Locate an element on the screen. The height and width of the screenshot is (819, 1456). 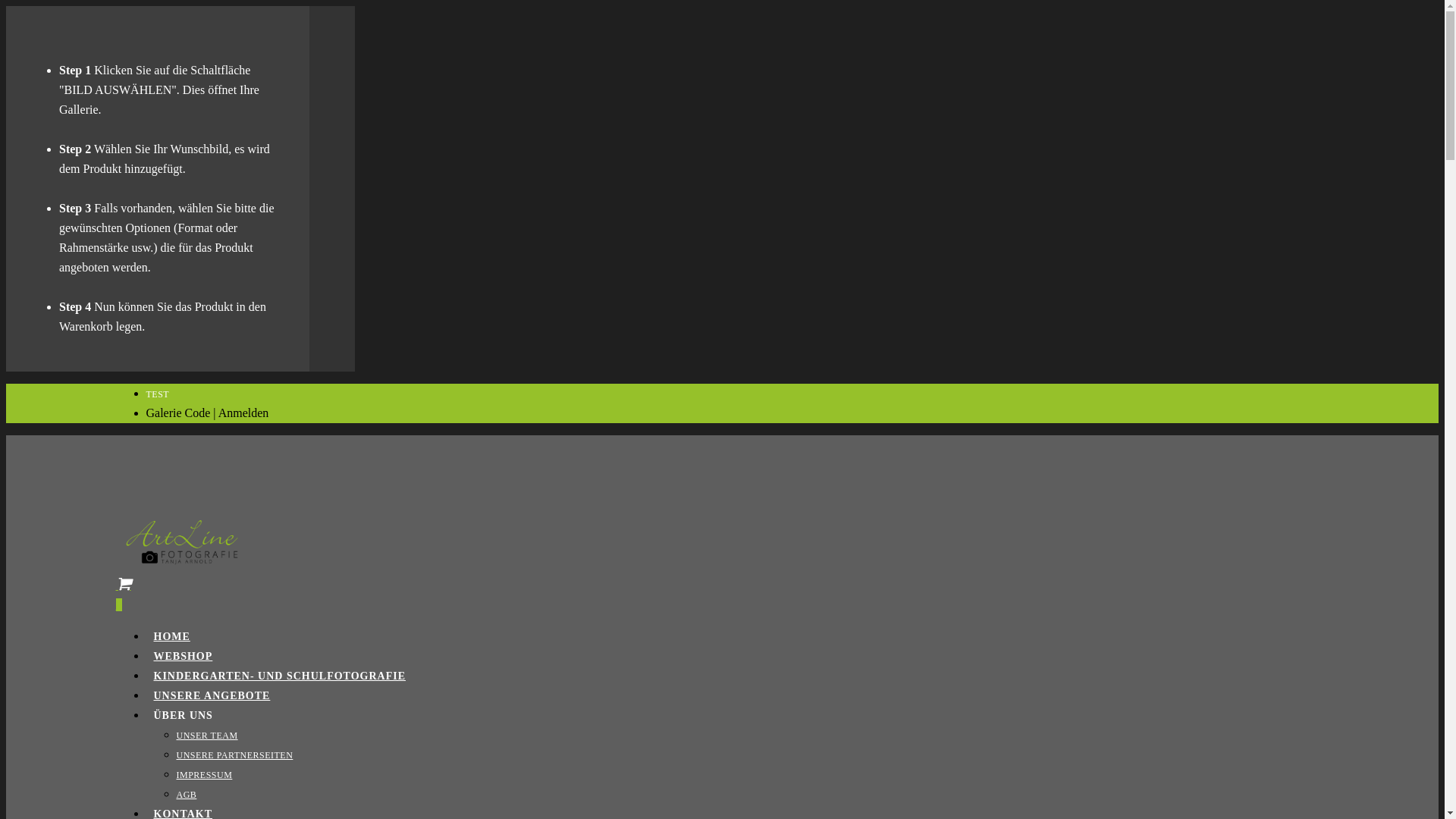
'IMPRESSUM' is located at coordinates (202, 775).